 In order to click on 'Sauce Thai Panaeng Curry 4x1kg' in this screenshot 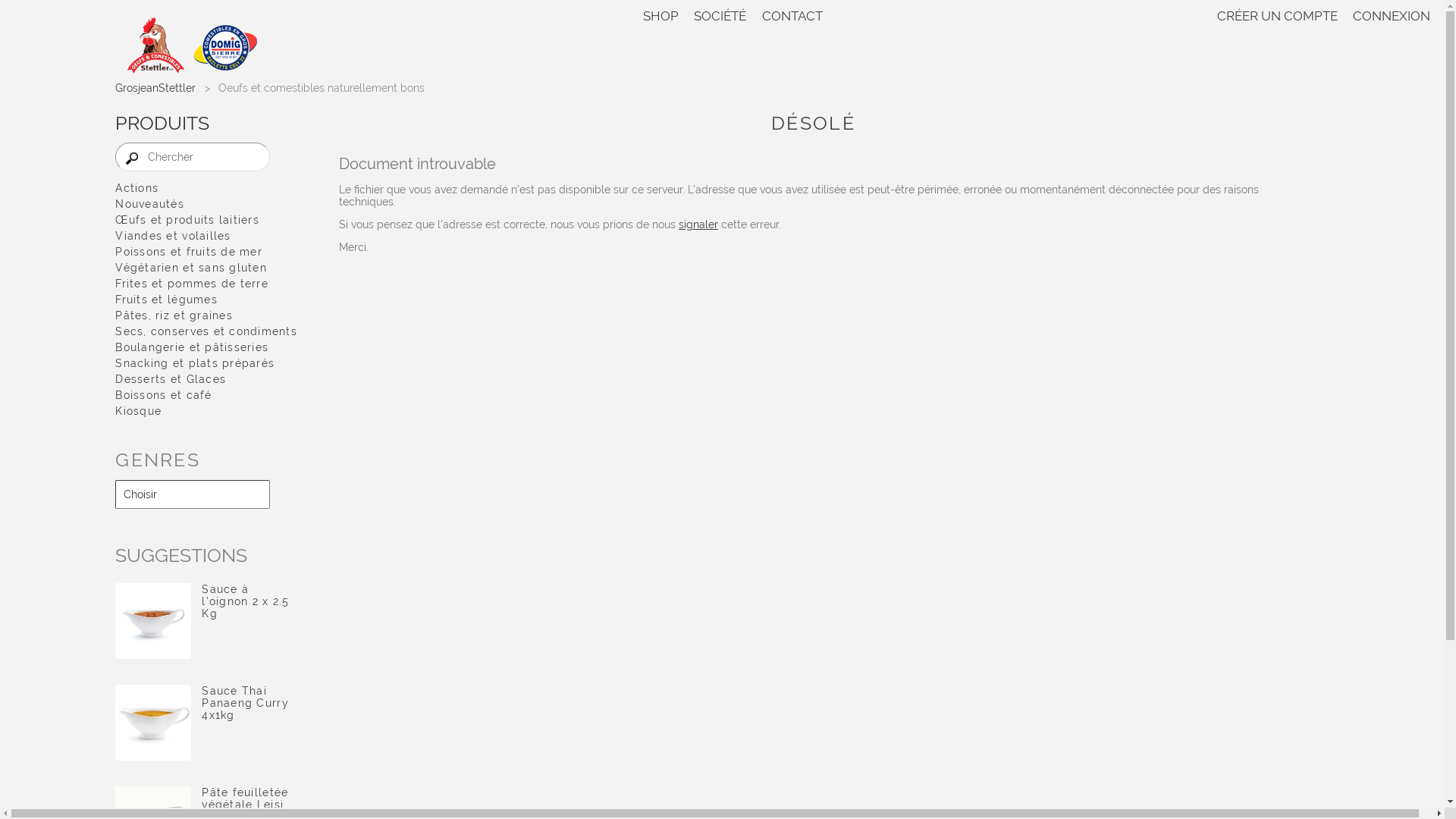, I will do `click(152, 723)`.